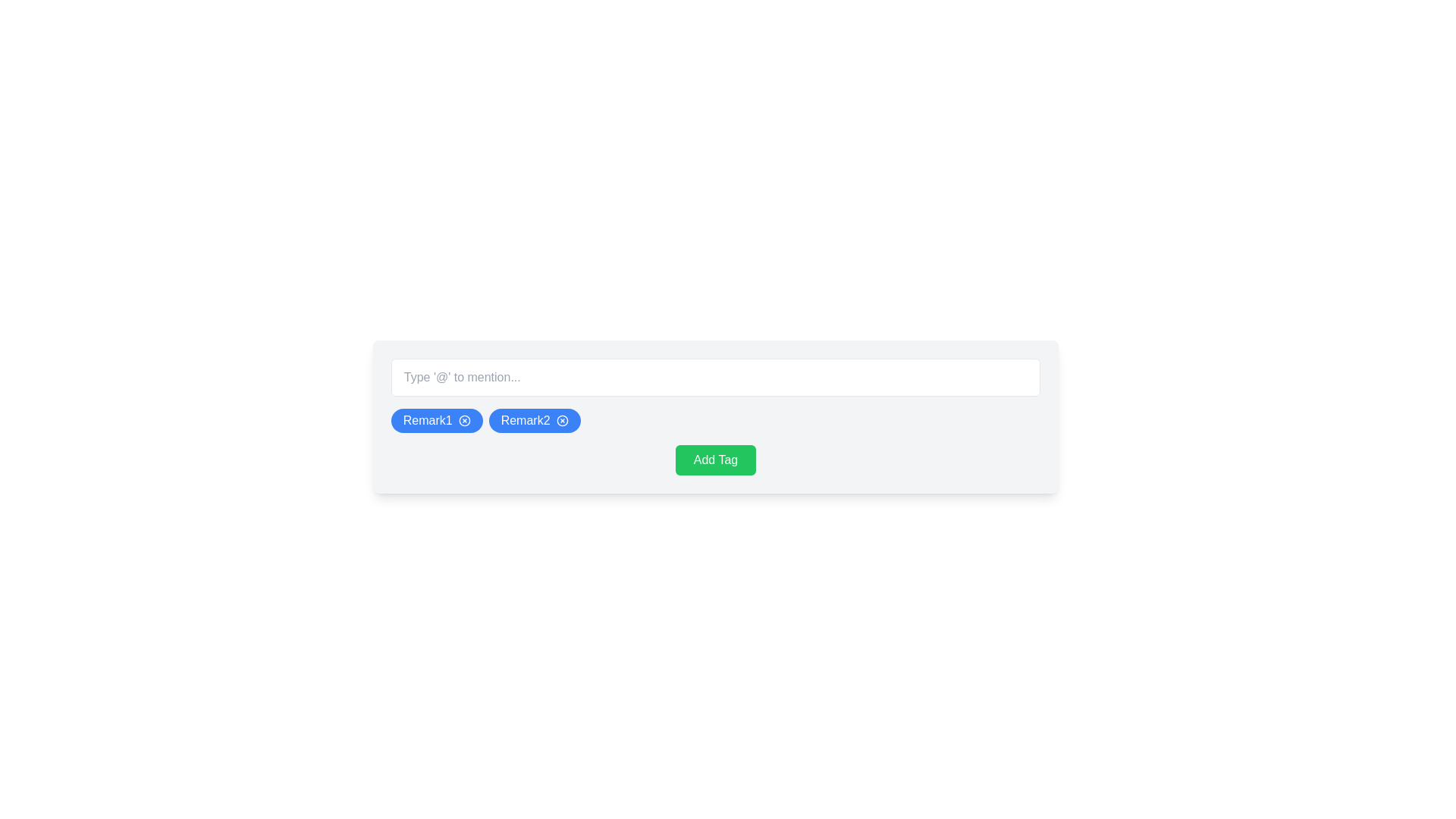 The height and width of the screenshot is (819, 1456). What do you see at coordinates (561, 421) in the screenshot?
I see `the close icon represented by an 'X' within the SVG format` at bounding box center [561, 421].